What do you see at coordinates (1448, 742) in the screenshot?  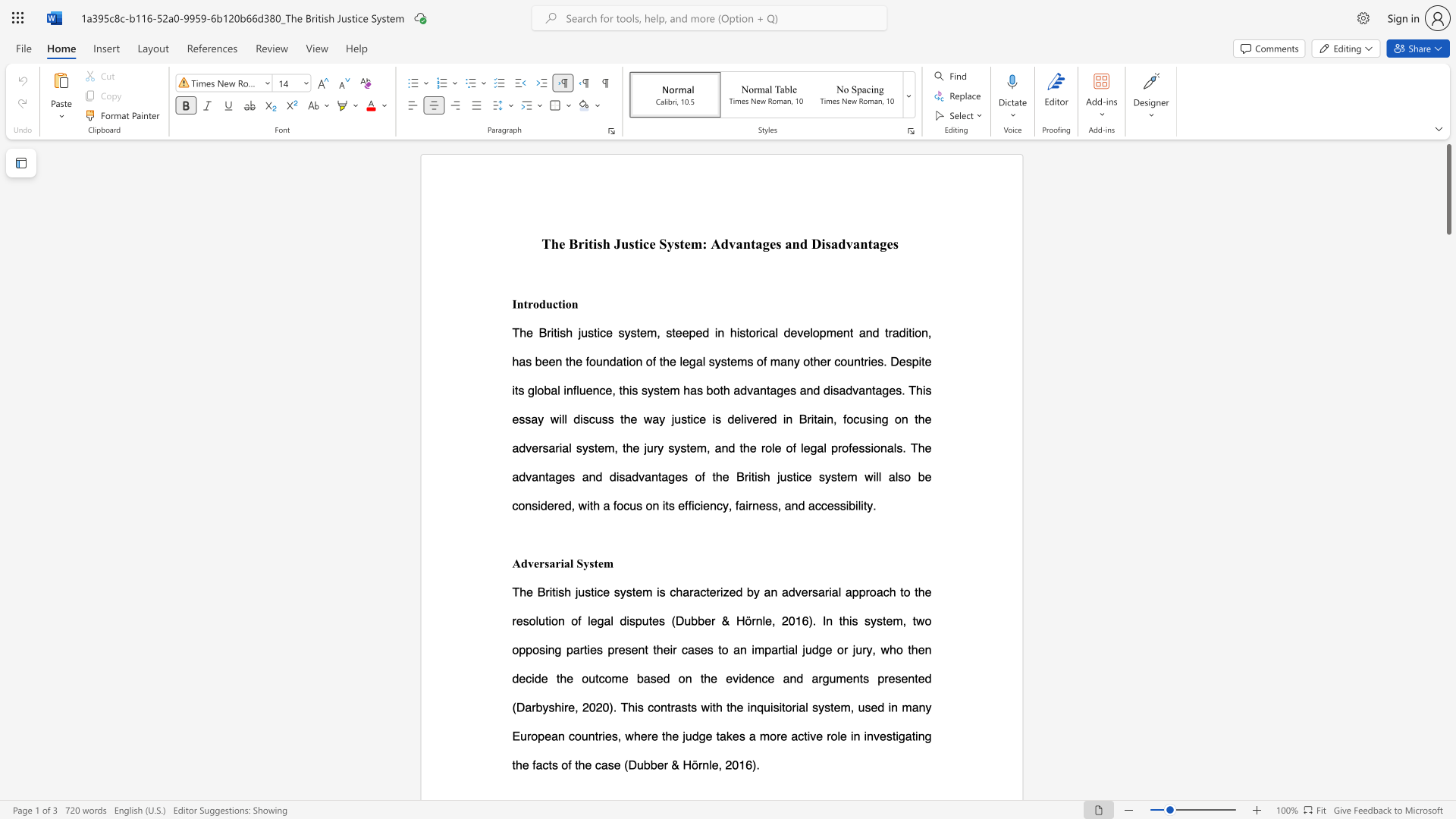 I see `the scrollbar to scroll the page down` at bounding box center [1448, 742].